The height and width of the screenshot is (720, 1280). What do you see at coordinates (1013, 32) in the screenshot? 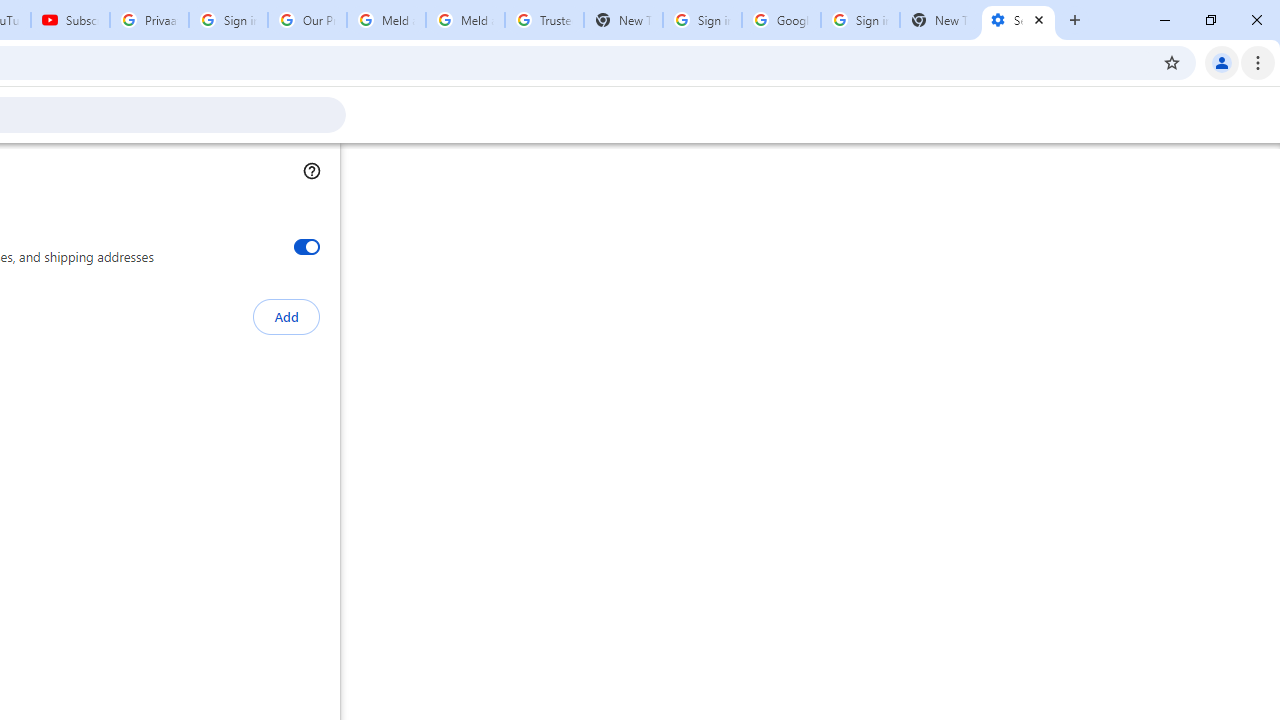
I see `'Sign in'` at bounding box center [1013, 32].